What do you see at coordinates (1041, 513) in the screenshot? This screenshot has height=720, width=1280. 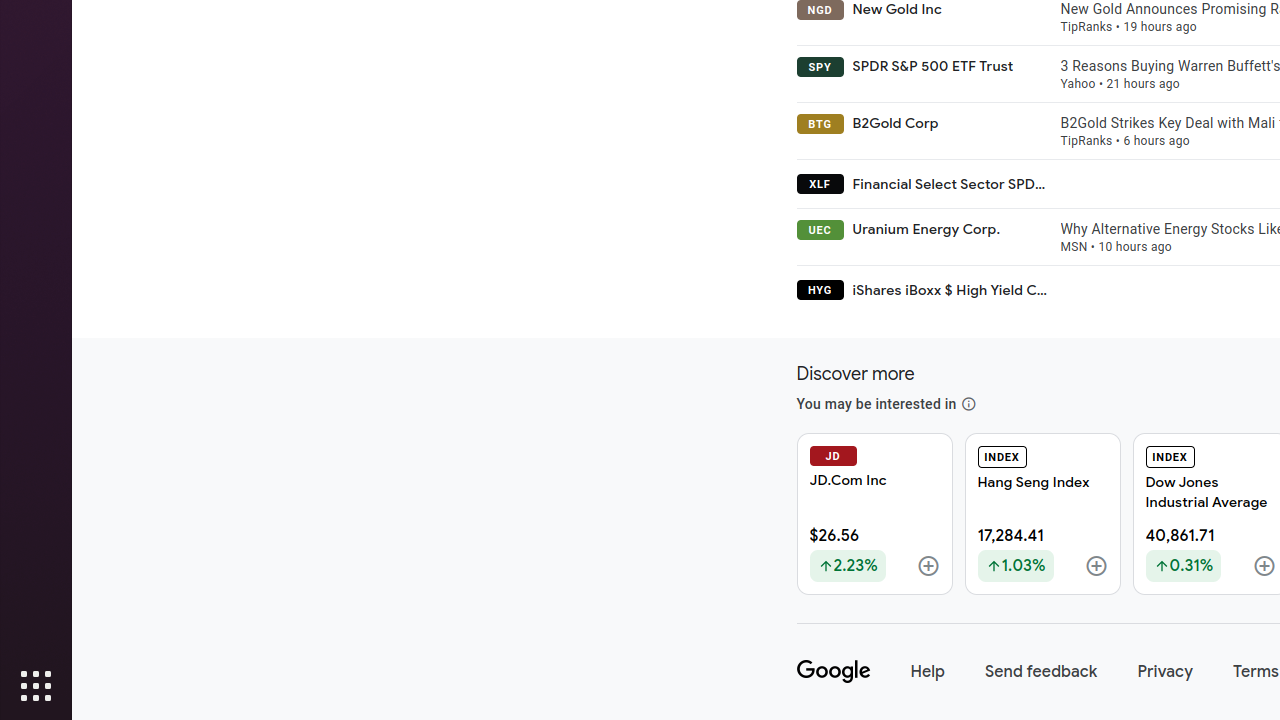 I see `'INDEX Hang Seng Index 17,284.41 Up by 1.03%'` at bounding box center [1041, 513].